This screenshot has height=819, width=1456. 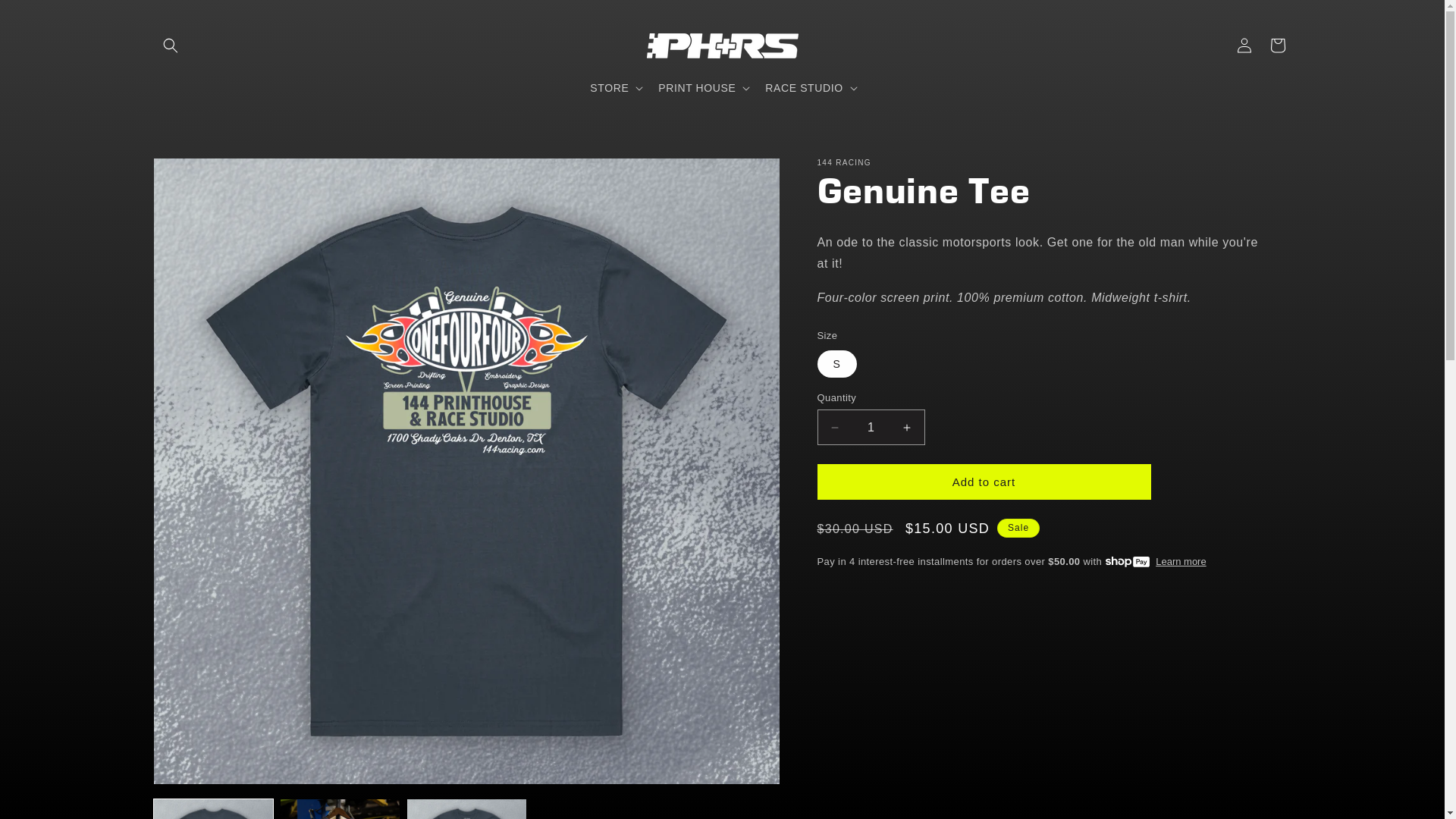 What do you see at coordinates (890, 427) in the screenshot?
I see `'Increase quantity for Genuine Tee'` at bounding box center [890, 427].